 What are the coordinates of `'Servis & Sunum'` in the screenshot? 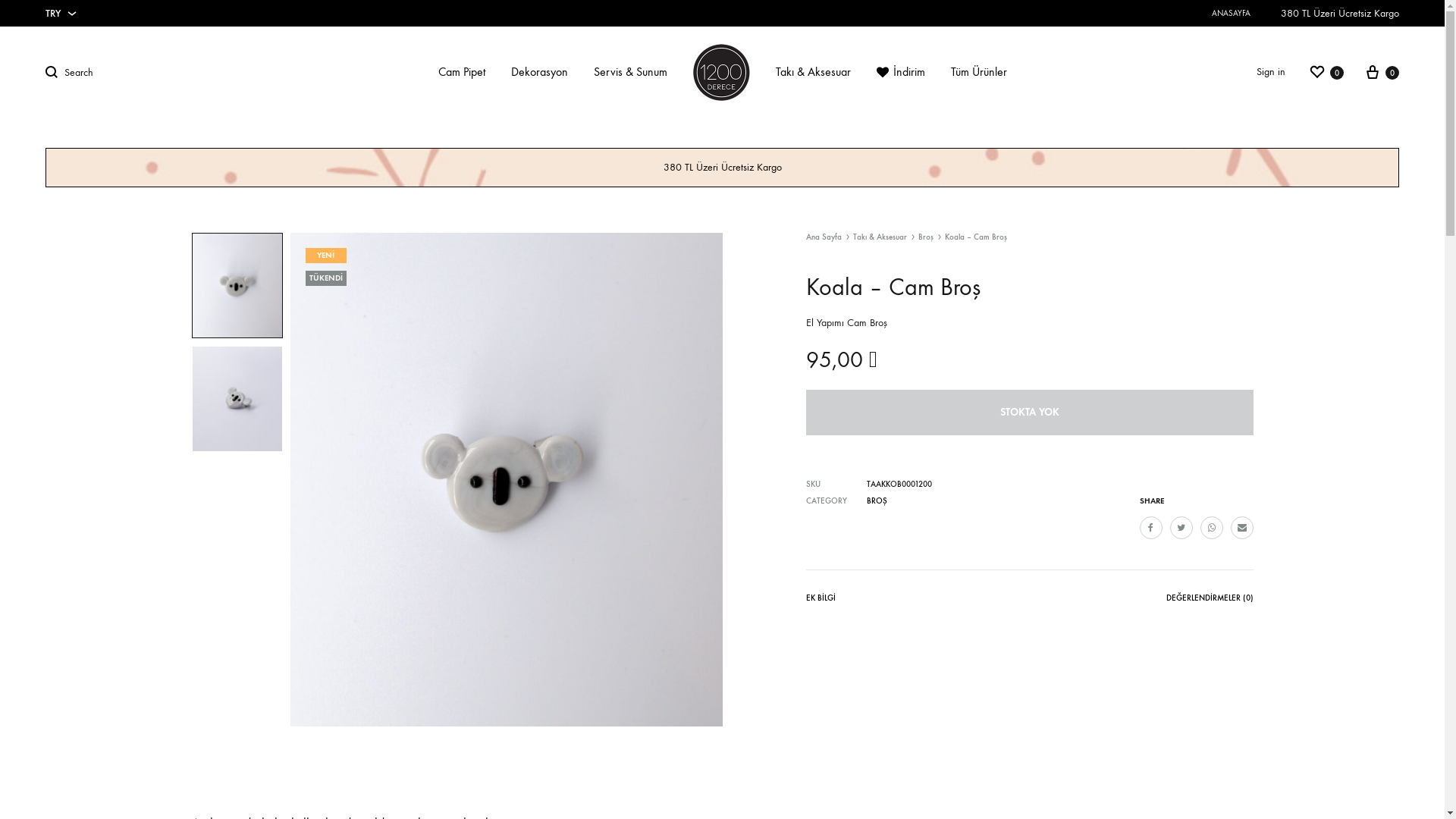 It's located at (592, 72).